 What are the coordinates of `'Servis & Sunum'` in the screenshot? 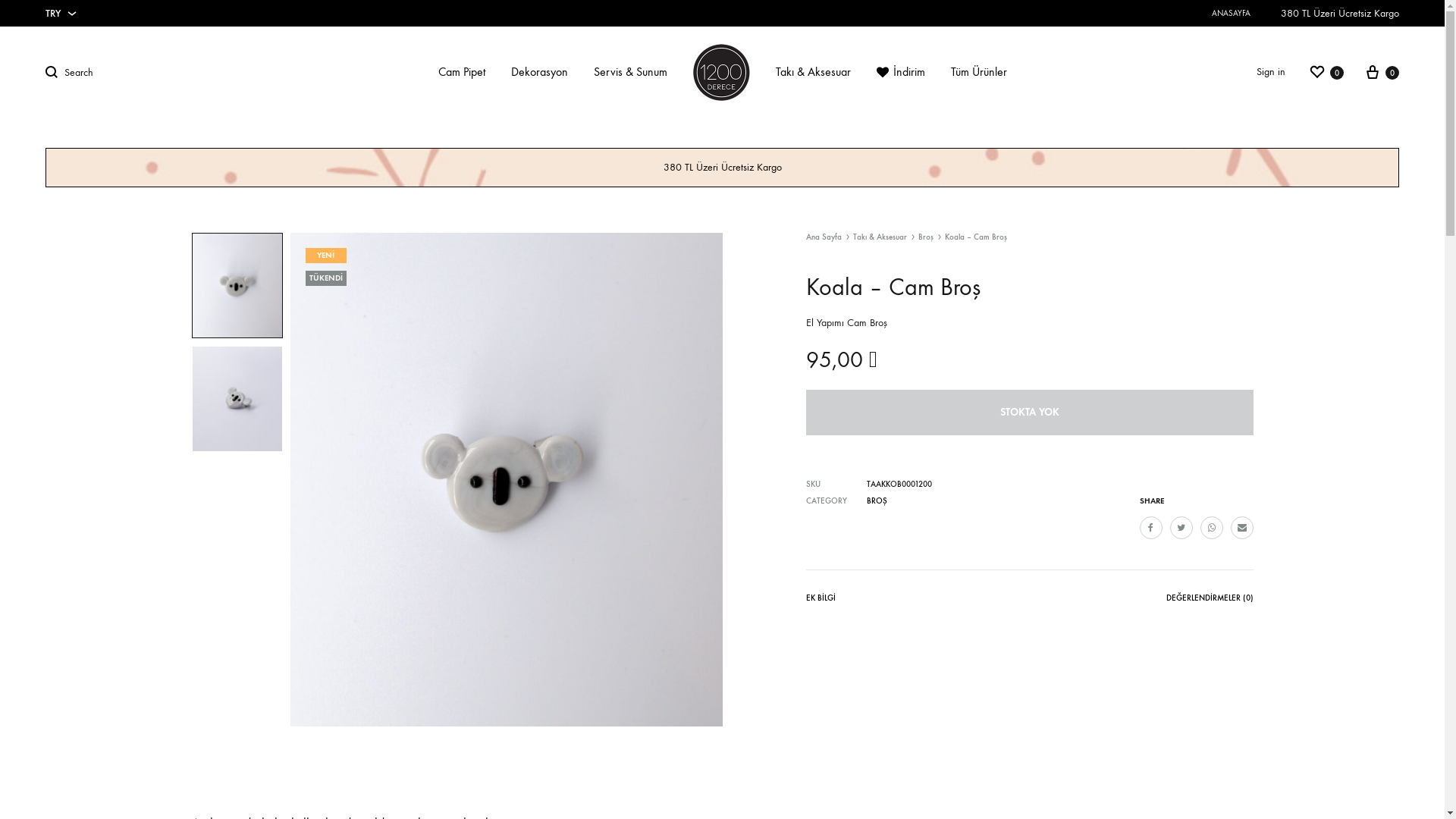 It's located at (592, 72).